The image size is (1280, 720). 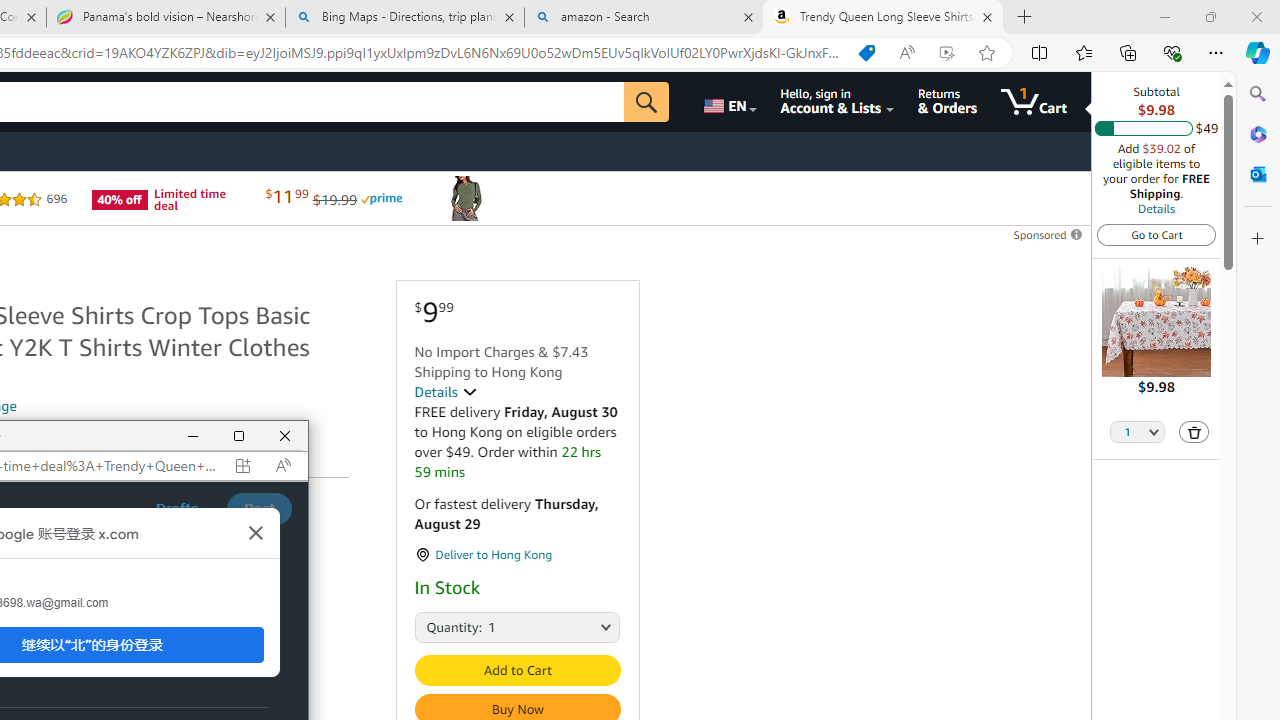 What do you see at coordinates (517, 670) in the screenshot?
I see `'Add to Cart'` at bounding box center [517, 670].